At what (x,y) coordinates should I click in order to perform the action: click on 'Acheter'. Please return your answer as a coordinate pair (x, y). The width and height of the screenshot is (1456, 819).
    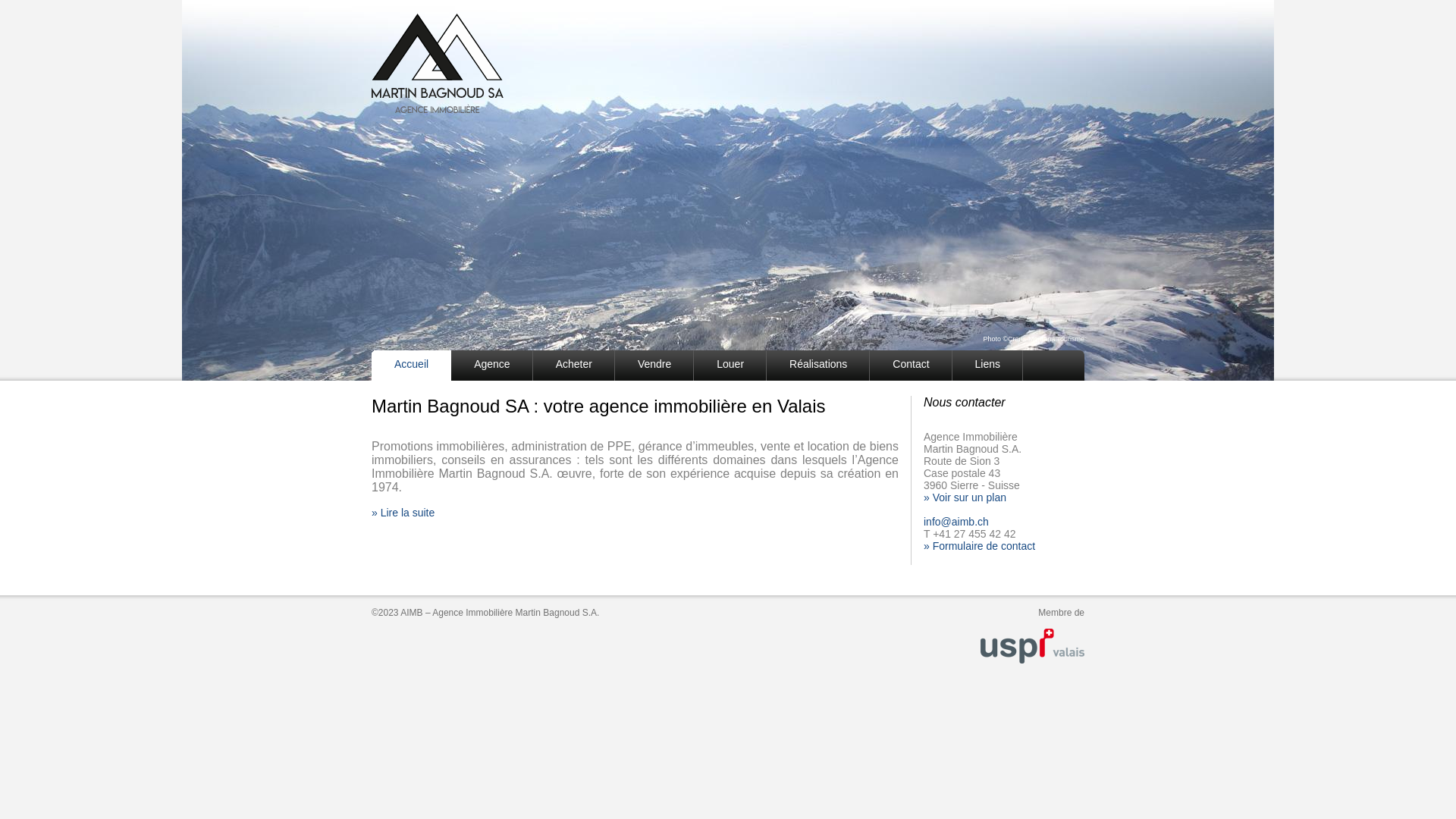
    Looking at the image, I should click on (573, 366).